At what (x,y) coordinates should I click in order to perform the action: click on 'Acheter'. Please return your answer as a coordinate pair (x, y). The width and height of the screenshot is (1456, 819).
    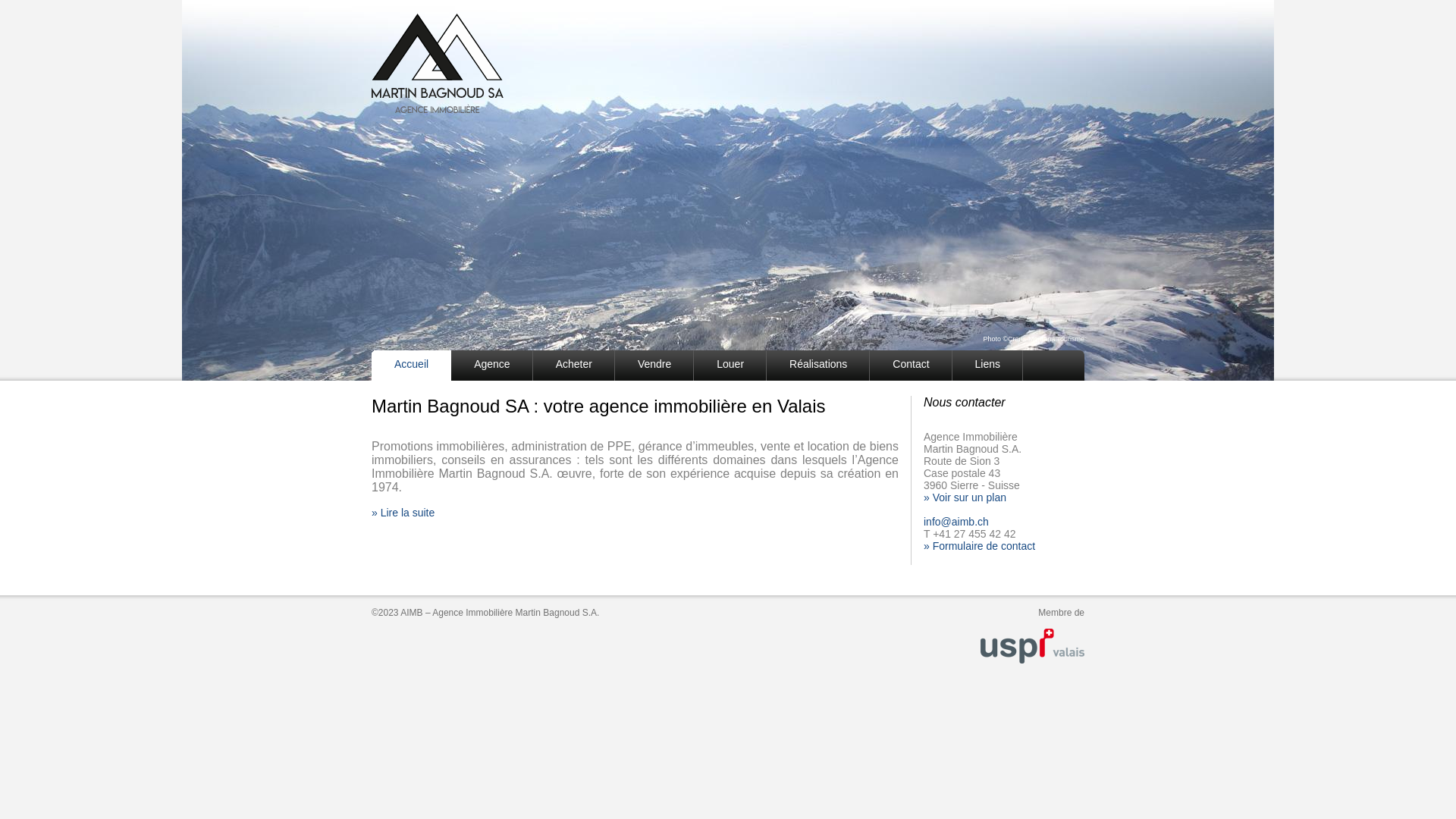
    Looking at the image, I should click on (573, 366).